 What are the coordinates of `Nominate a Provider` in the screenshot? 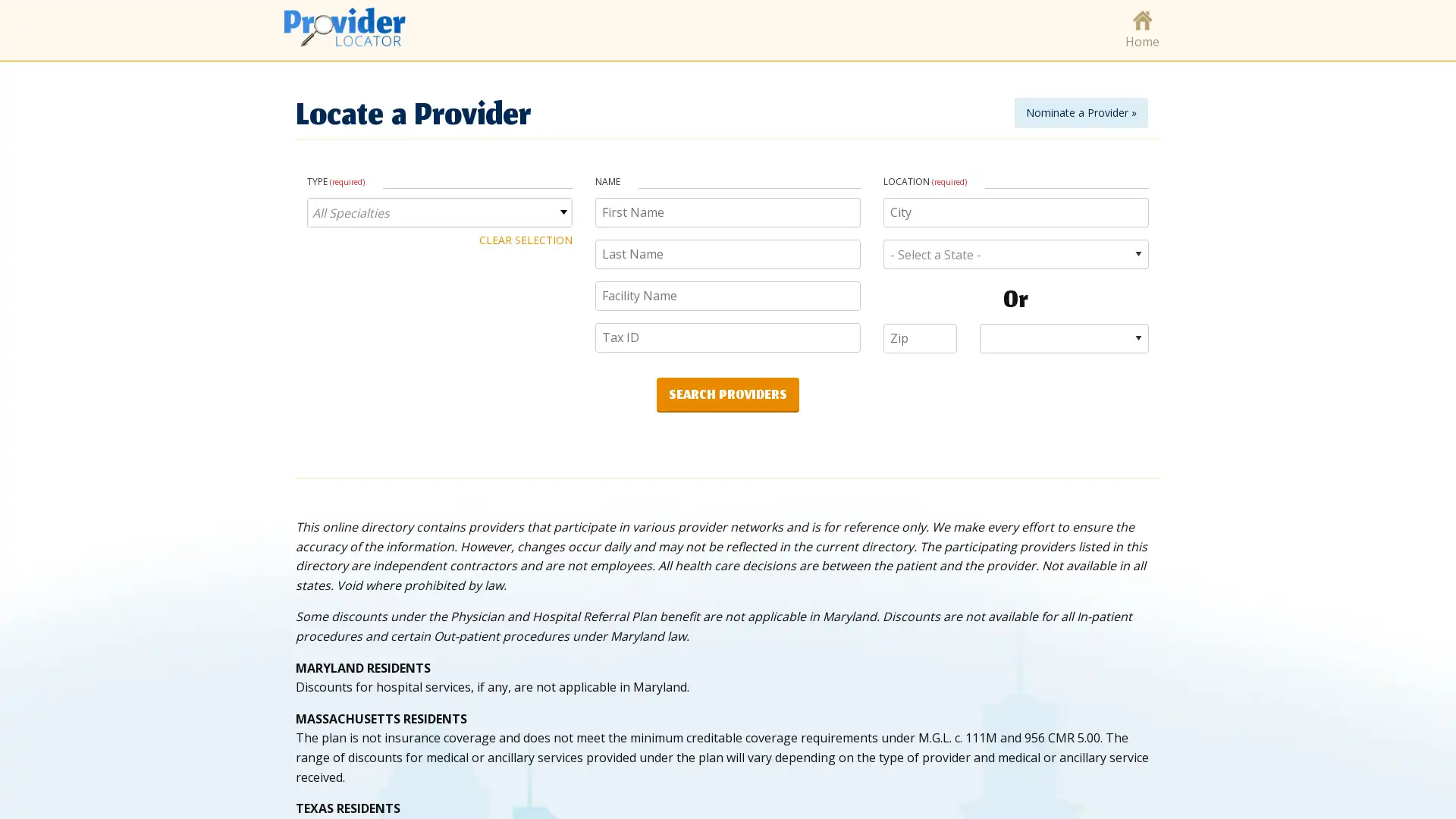 It's located at (1080, 111).